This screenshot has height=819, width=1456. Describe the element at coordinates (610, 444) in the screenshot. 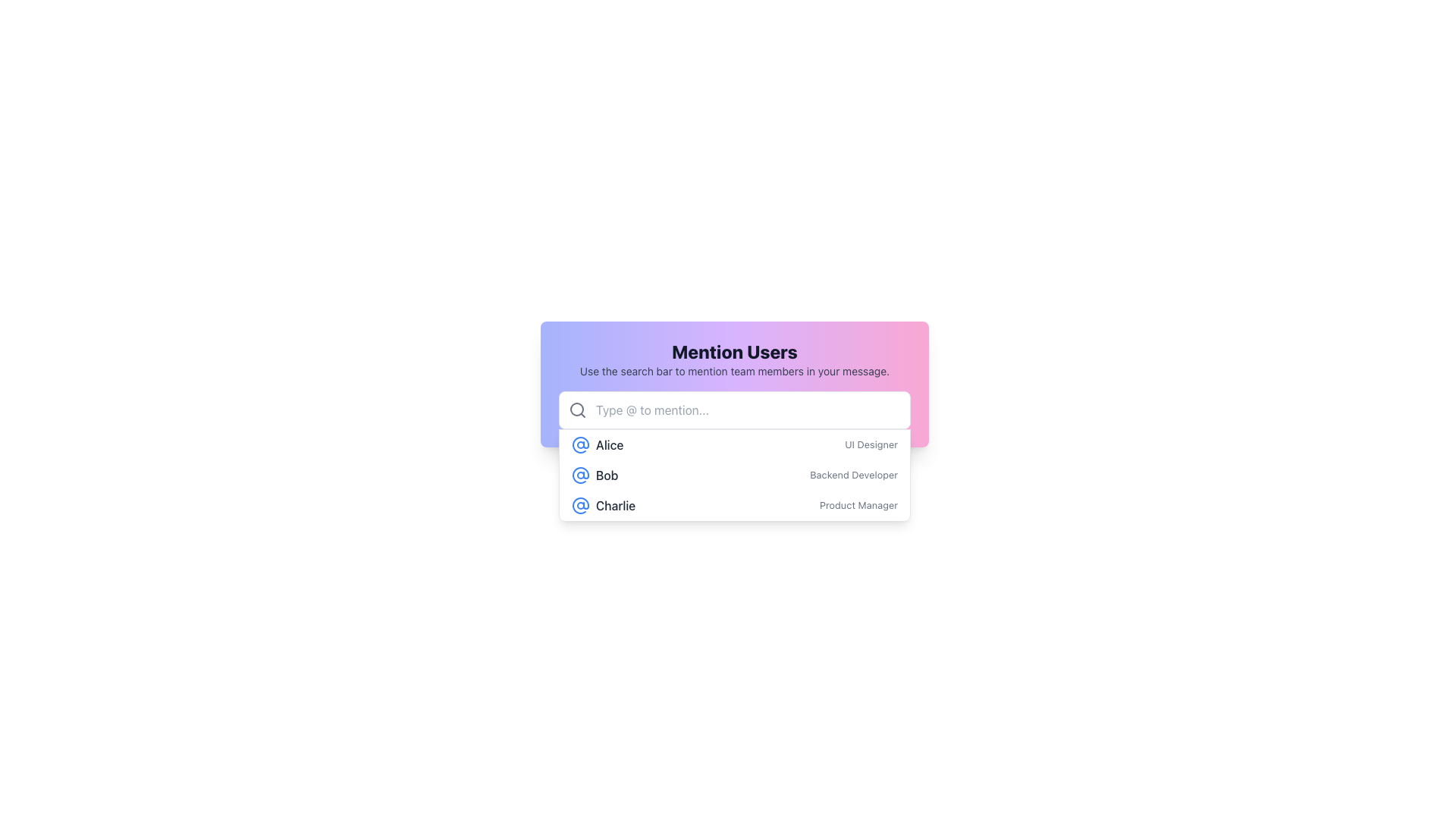

I see `the text label displaying 'Alice'` at that location.